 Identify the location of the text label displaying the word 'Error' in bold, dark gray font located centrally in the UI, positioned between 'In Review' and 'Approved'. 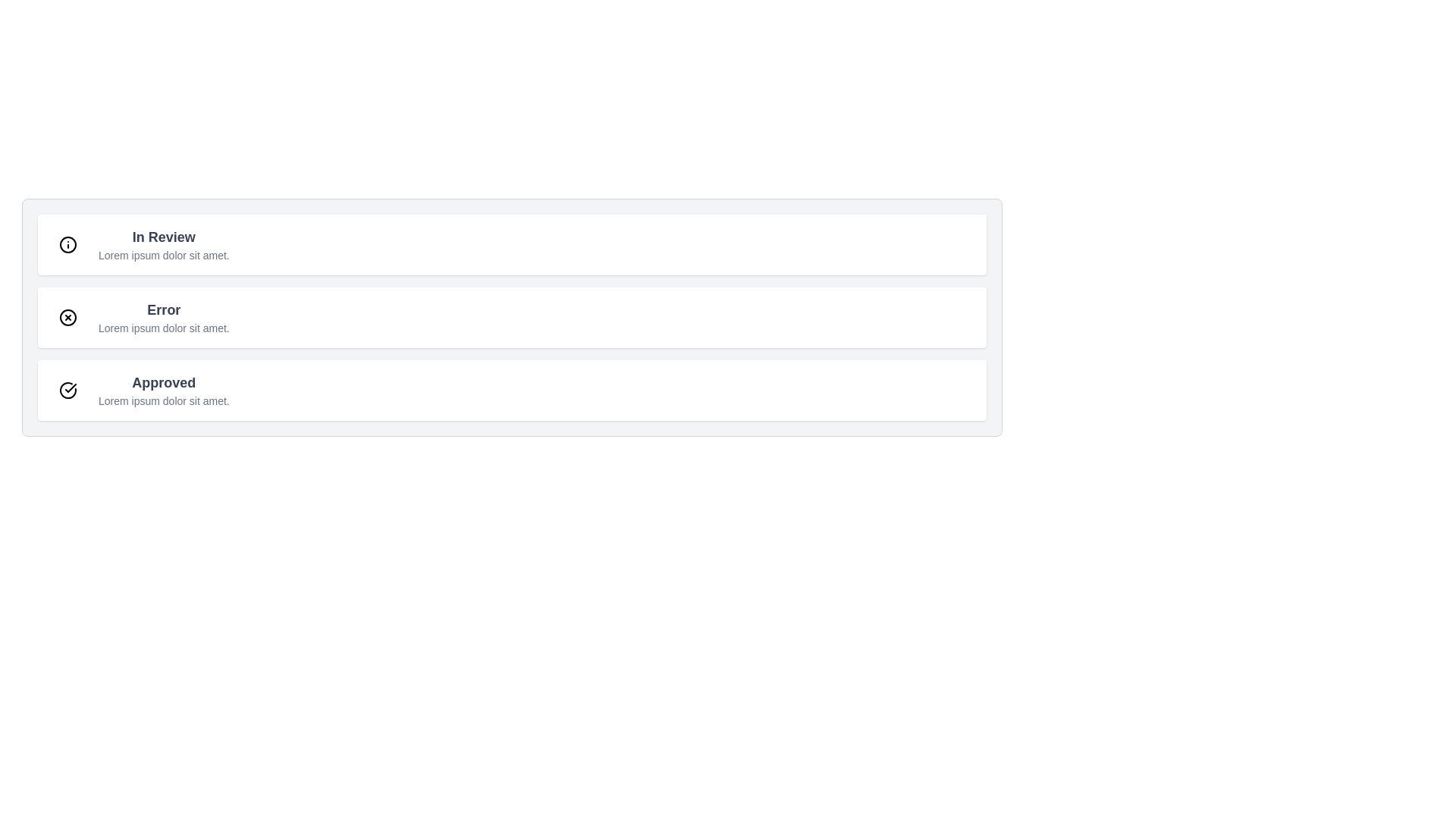
(164, 309).